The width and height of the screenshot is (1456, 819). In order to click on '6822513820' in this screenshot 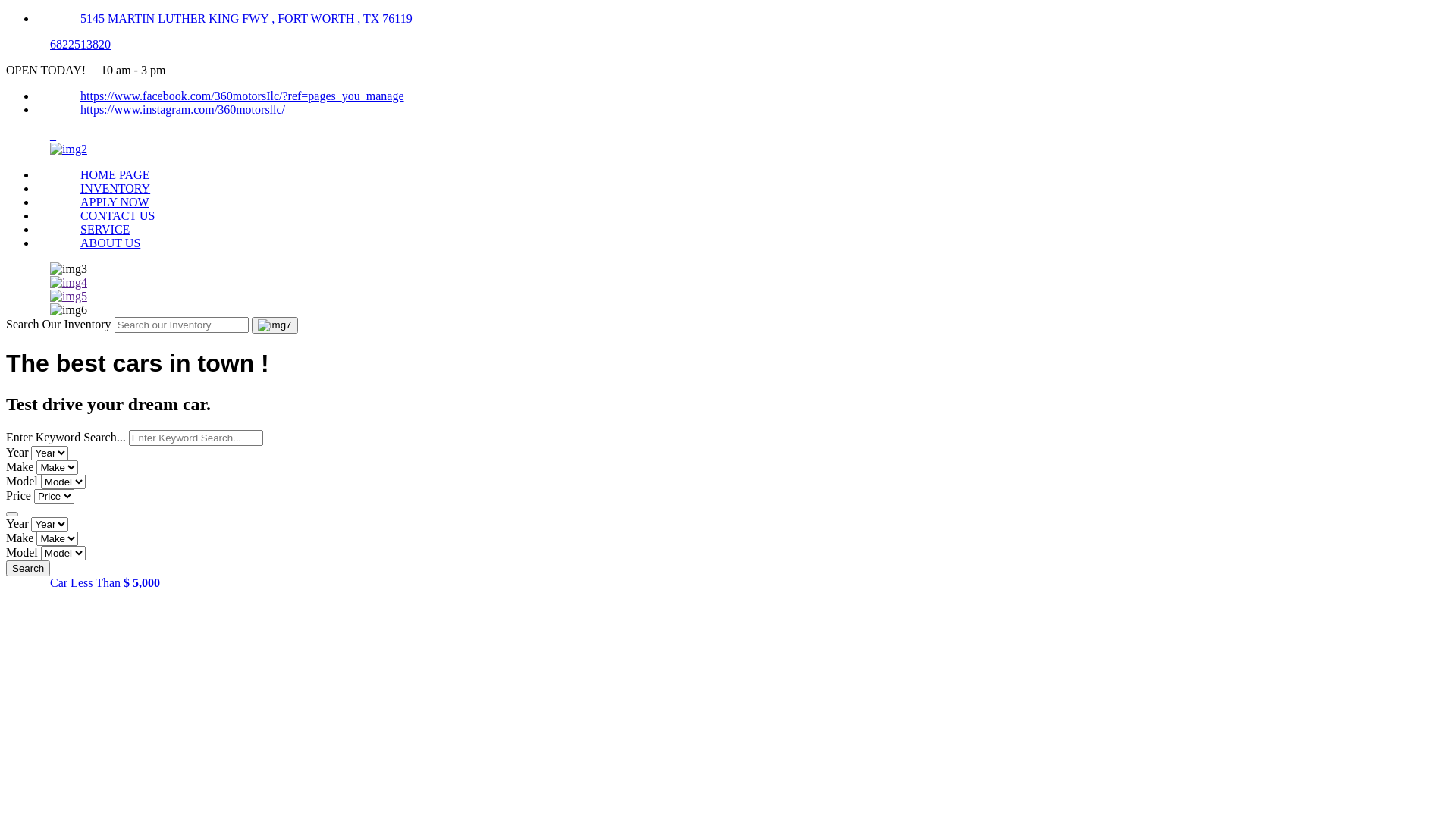, I will do `click(79, 43)`.